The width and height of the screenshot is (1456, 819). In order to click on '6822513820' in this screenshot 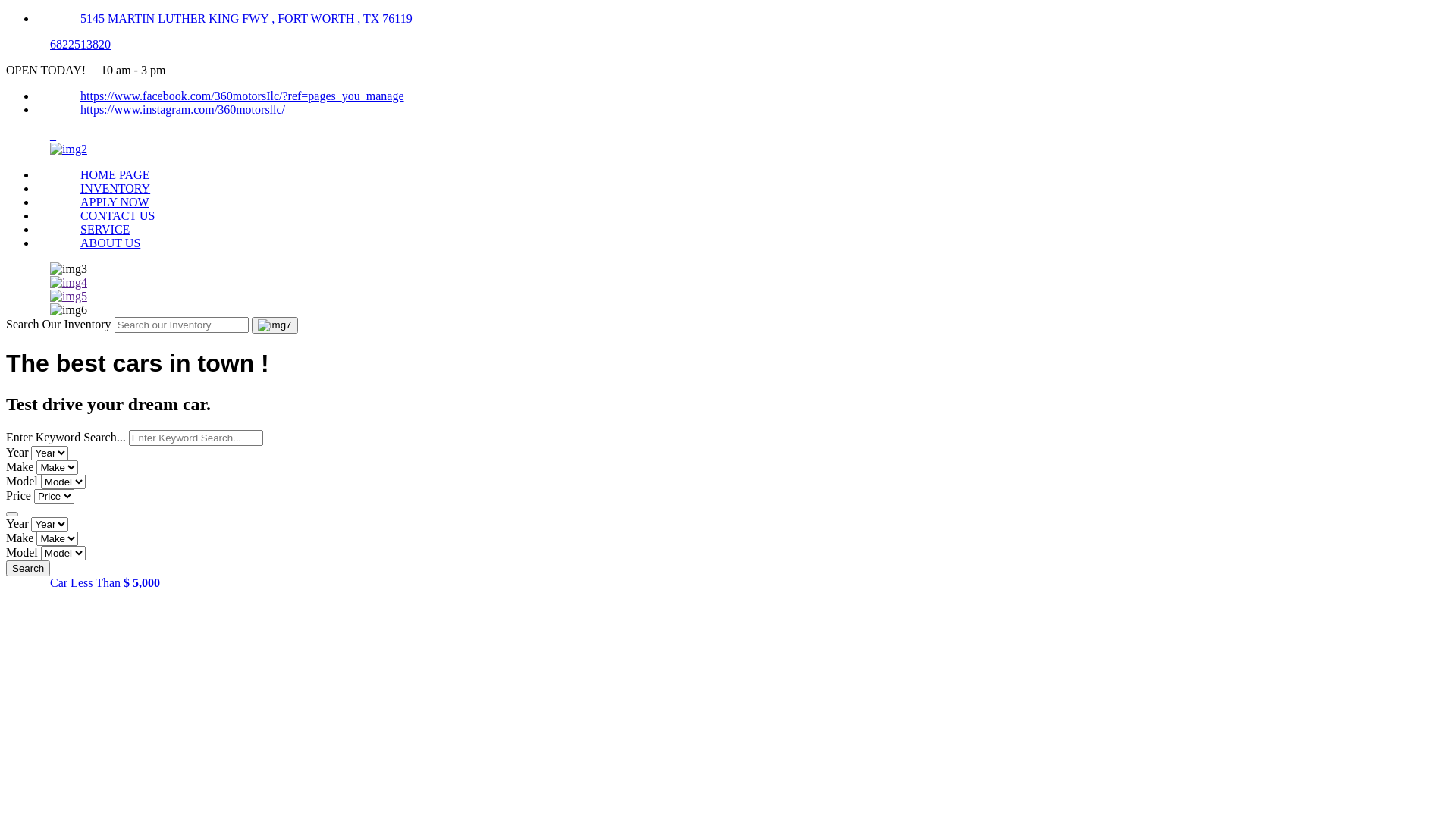, I will do `click(79, 43)`.